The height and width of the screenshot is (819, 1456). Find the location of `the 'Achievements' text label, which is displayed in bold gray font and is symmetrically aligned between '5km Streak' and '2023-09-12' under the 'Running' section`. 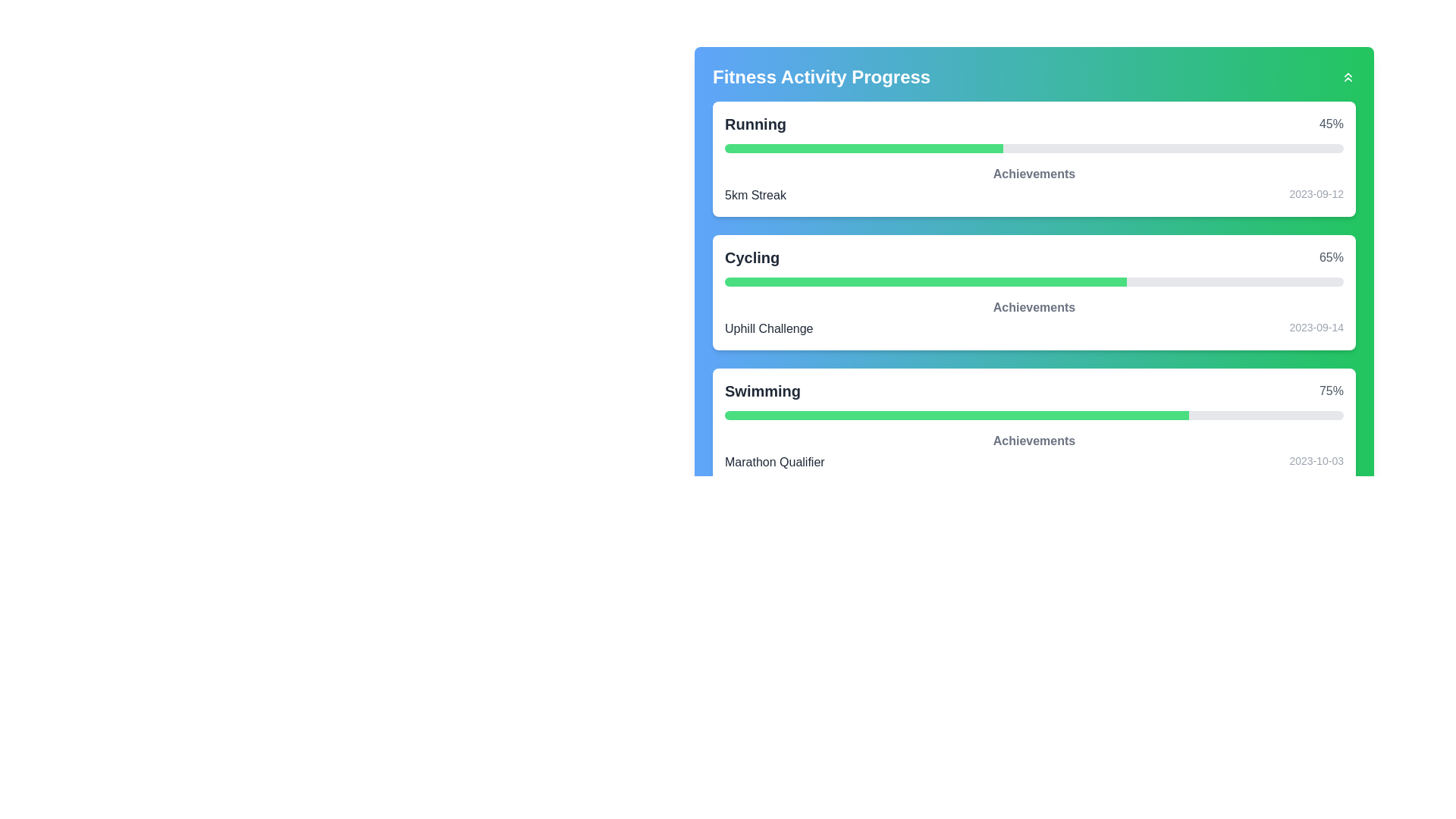

the 'Achievements' text label, which is displayed in bold gray font and is symmetrically aligned between '5km Streak' and '2023-09-12' under the 'Running' section is located at coordinates (1033, 184).